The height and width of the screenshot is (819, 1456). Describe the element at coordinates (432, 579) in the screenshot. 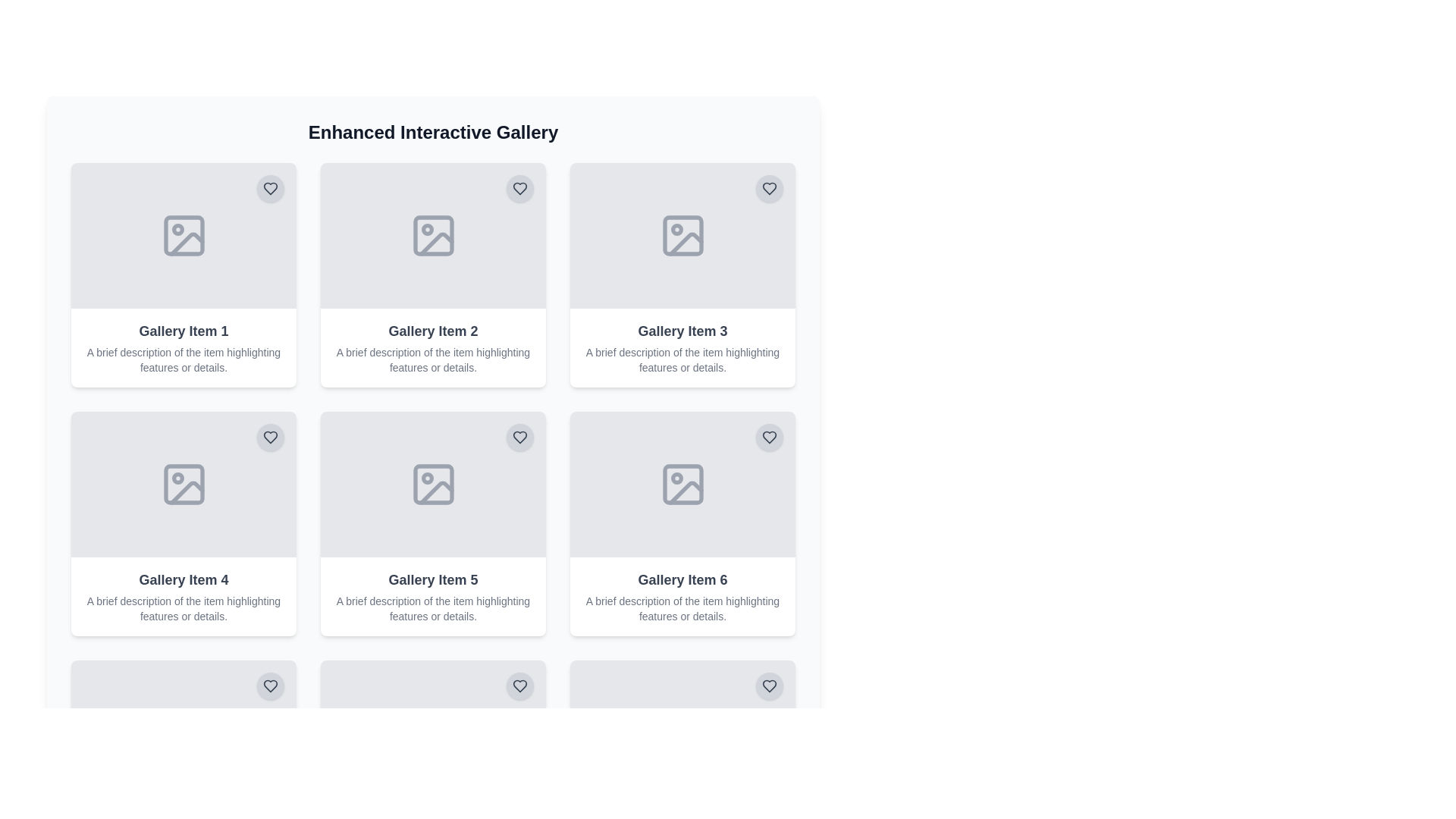

I see `text displayed in the 'Gallery Item 5' text component, which is bold and larger than the description below it, located in the second row and second column of a 2x3 grid layout` at that location.